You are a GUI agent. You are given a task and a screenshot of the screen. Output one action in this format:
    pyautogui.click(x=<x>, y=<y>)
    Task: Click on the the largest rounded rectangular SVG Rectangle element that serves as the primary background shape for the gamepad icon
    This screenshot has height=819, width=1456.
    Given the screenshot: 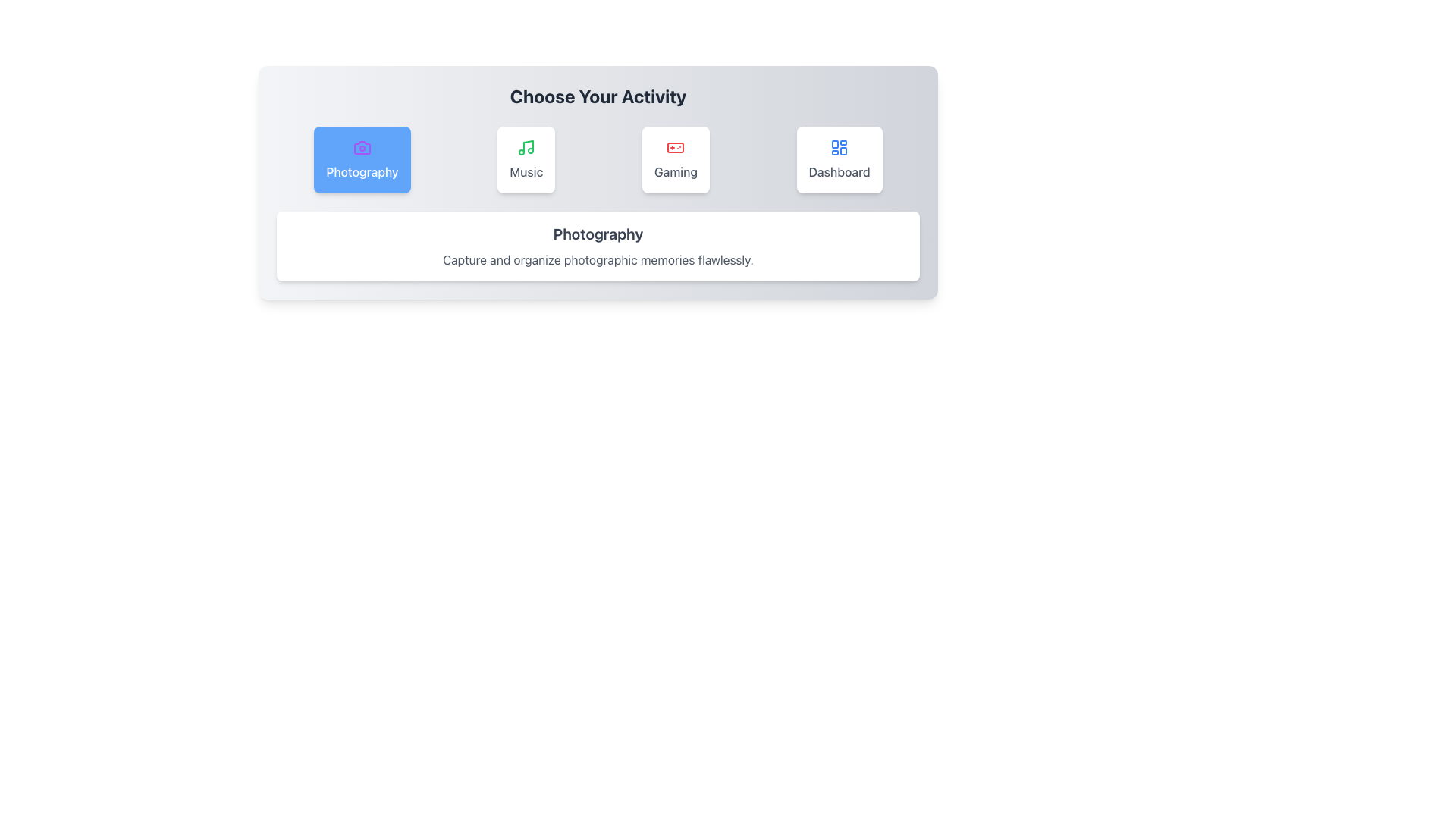 What is the action you would take?
    pyautogui.click(x=675, y=148)
    